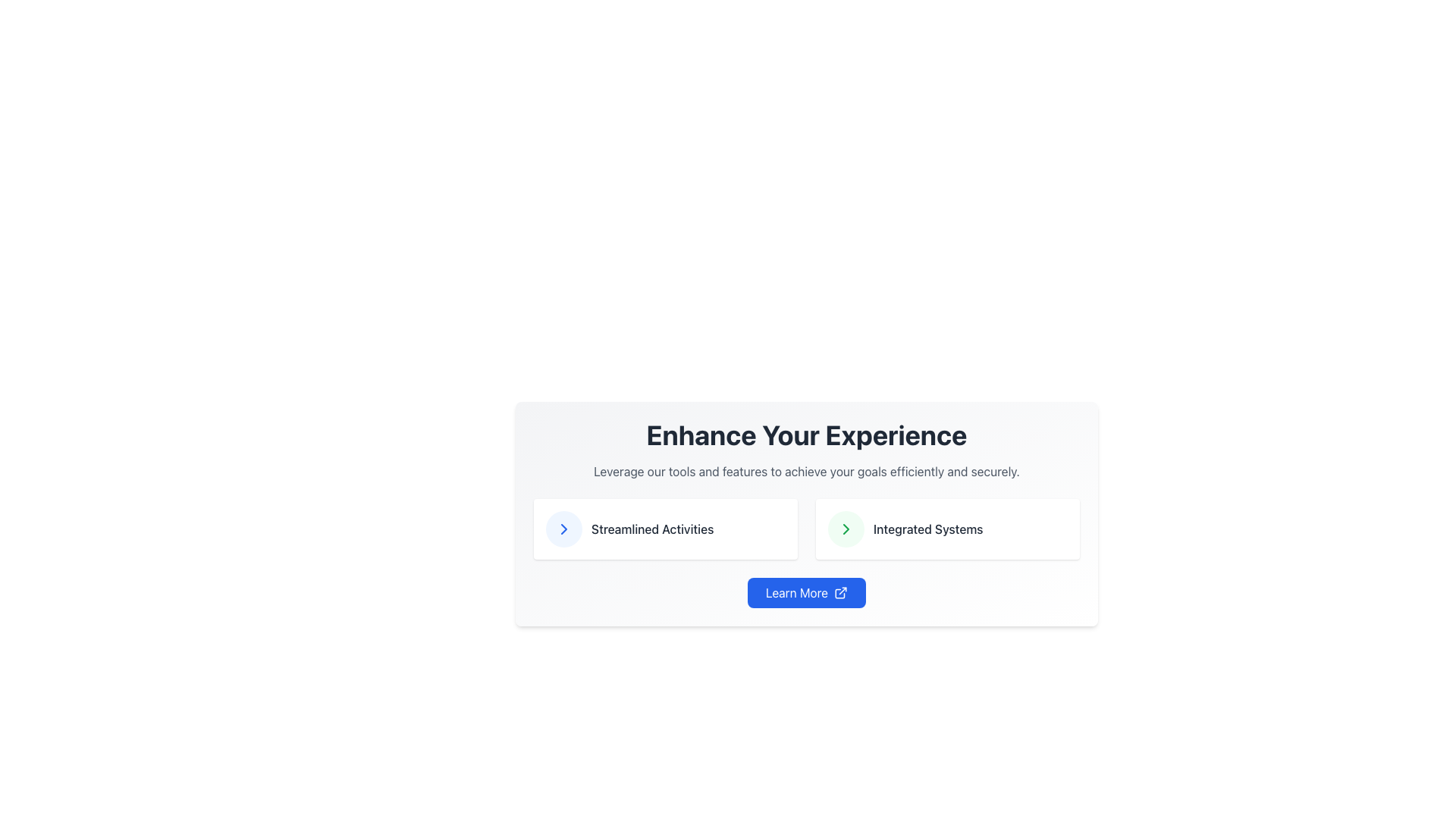  I want to click on the external link icon located to the right of the 'Learn More' button at the bottom center of the 'Enhance Your Experience' section, so click(839, 592).